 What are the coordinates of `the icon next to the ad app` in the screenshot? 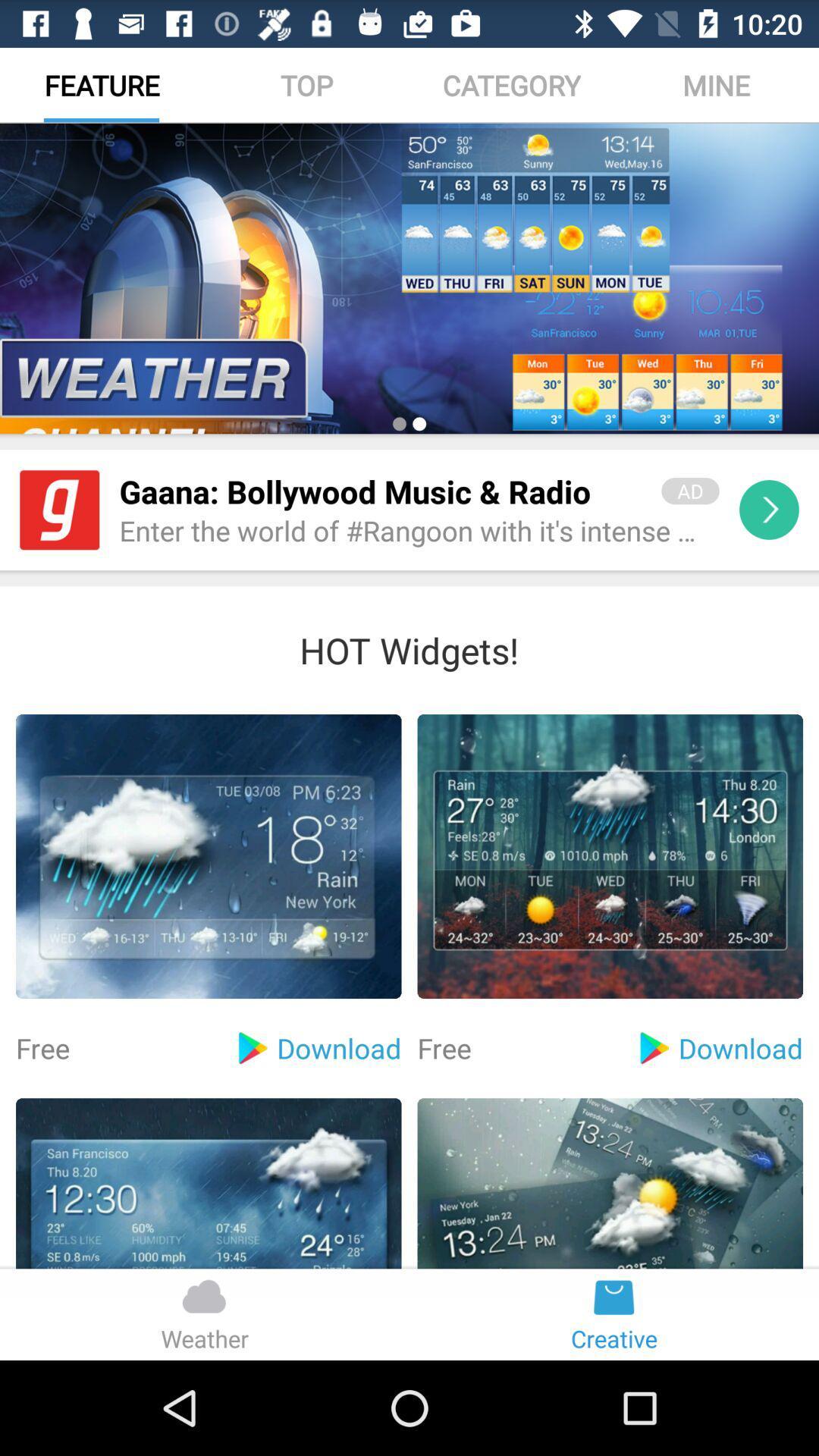 It's located at (379, 491).